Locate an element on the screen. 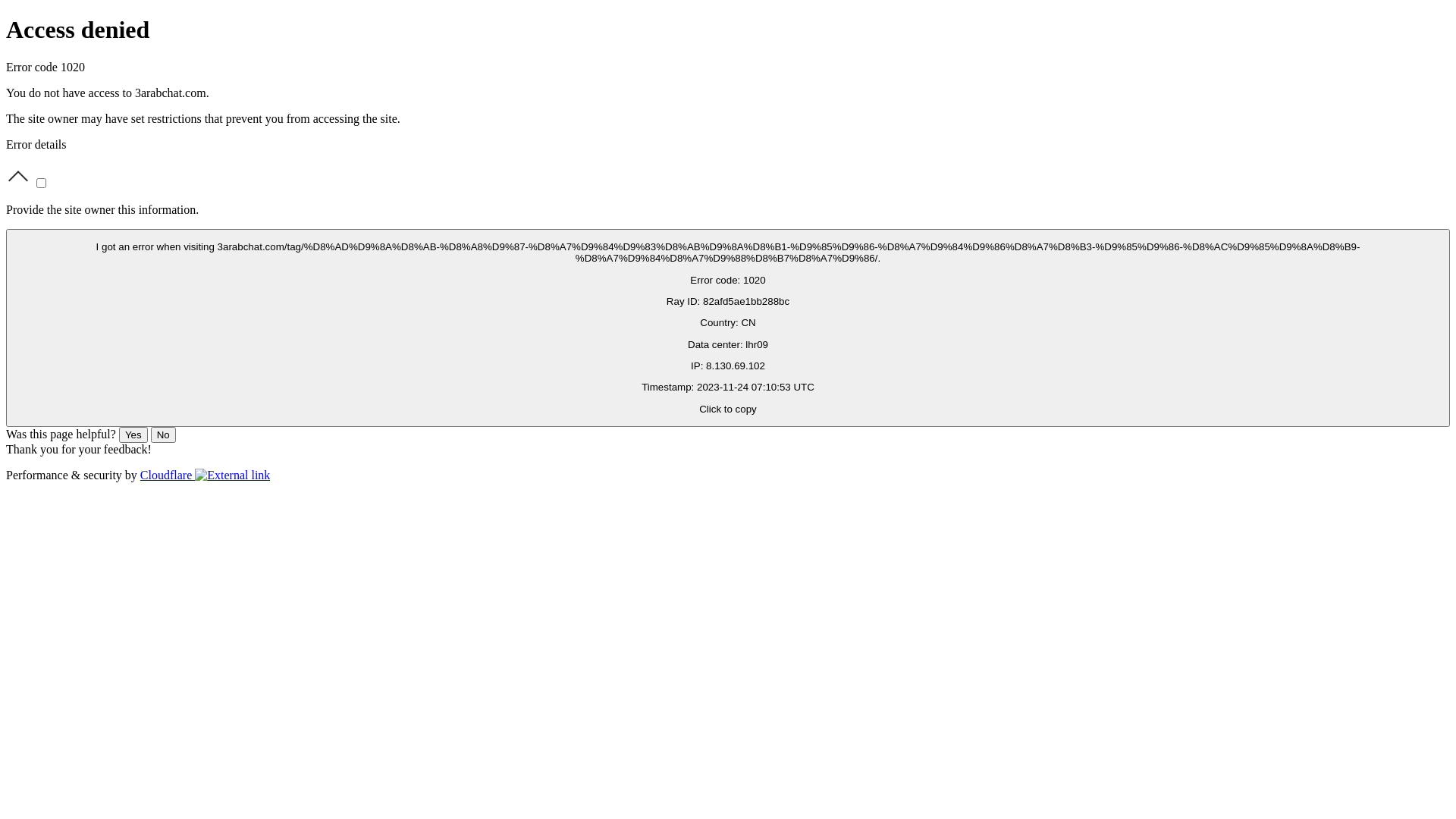 This screenshot has width=1456, height=819. 'Opens in new tab' is located at coordinates (231, 475).